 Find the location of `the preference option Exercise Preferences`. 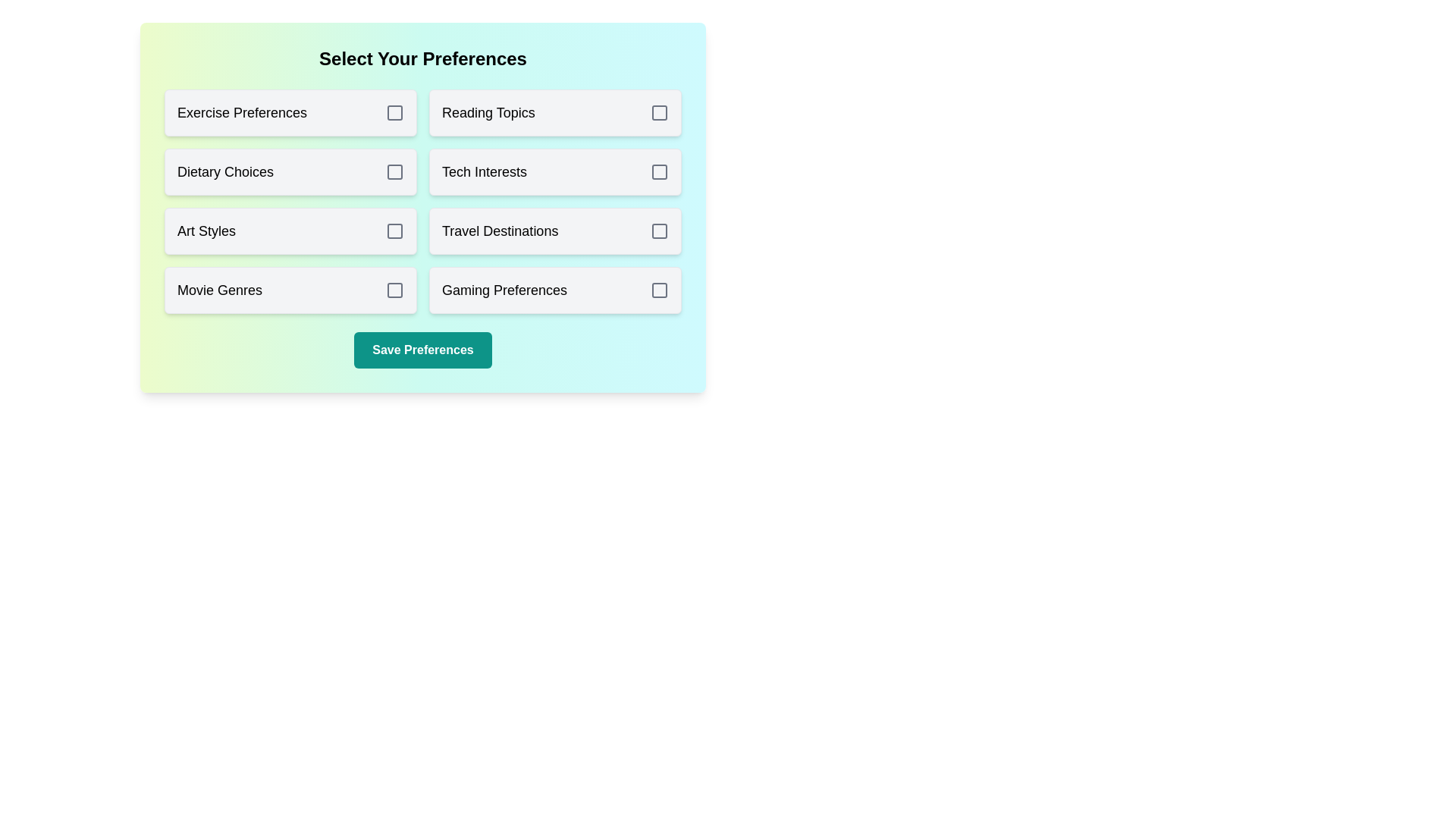

the preference option Exercise Preferences is located at coordinates (290, 112).